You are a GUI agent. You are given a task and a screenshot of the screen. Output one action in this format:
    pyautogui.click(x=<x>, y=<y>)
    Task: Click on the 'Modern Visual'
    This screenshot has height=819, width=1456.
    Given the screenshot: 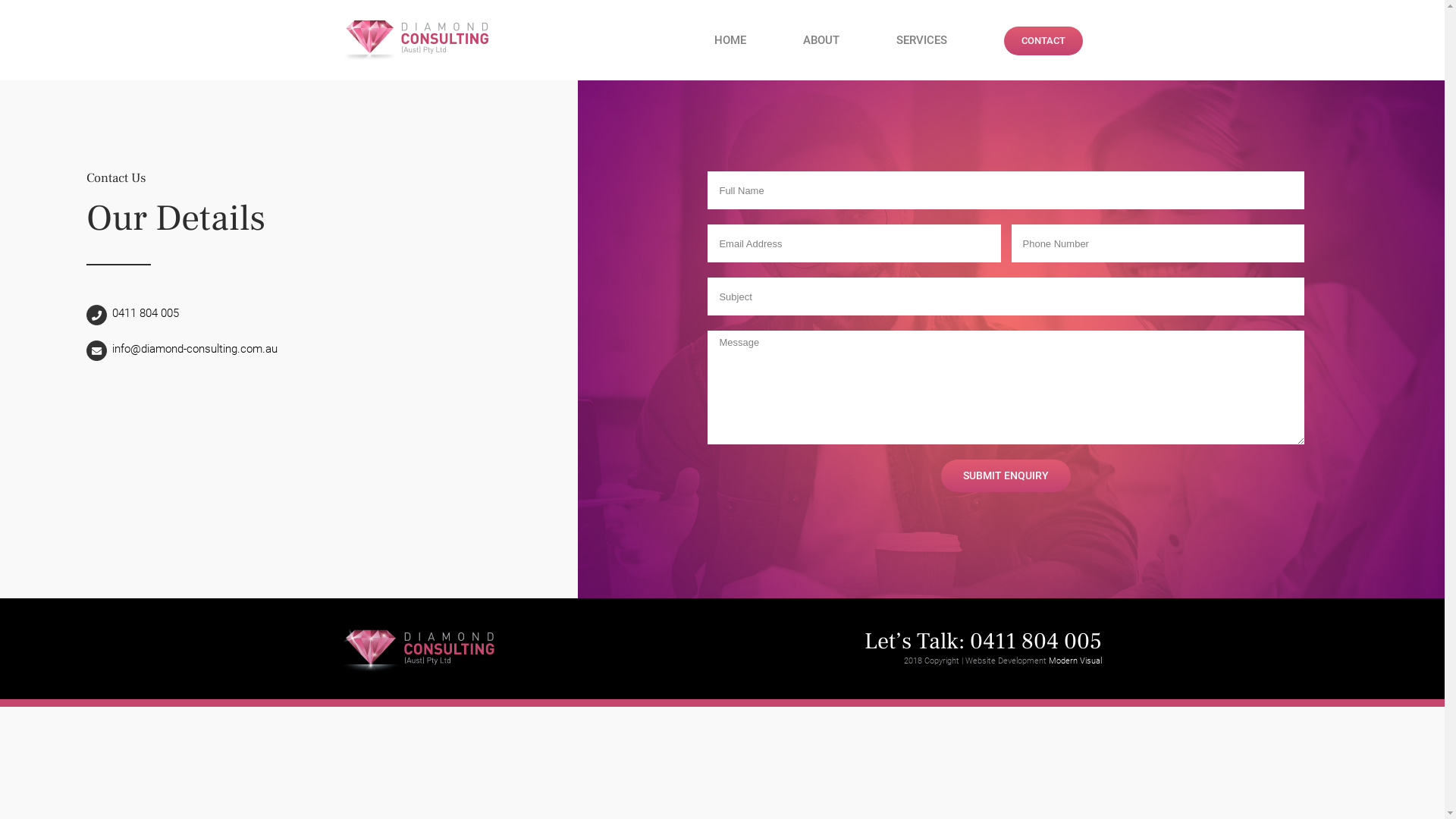 What is the action you would take?
    pyautogui.click(x=1073, y=660)
    